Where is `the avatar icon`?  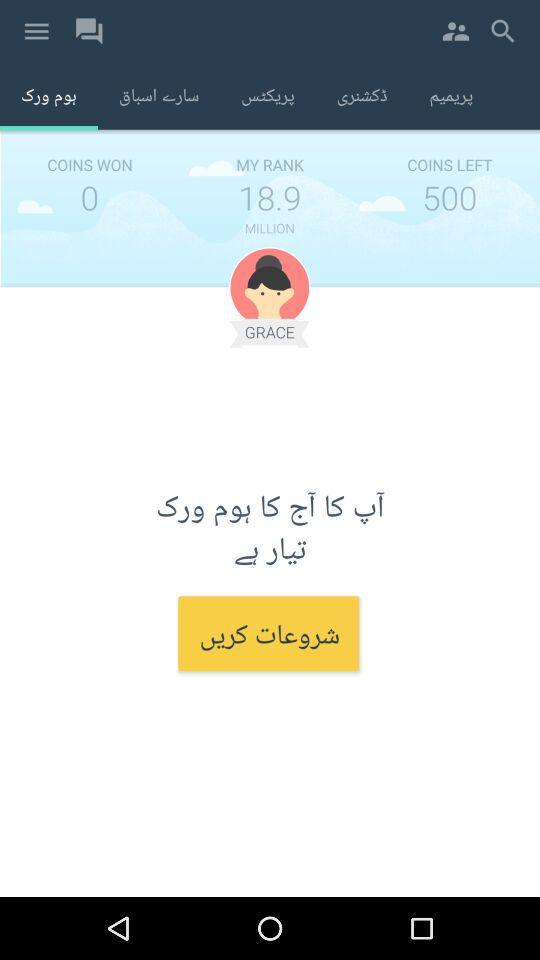
the avatar icon is located at coordinates (269, 307).